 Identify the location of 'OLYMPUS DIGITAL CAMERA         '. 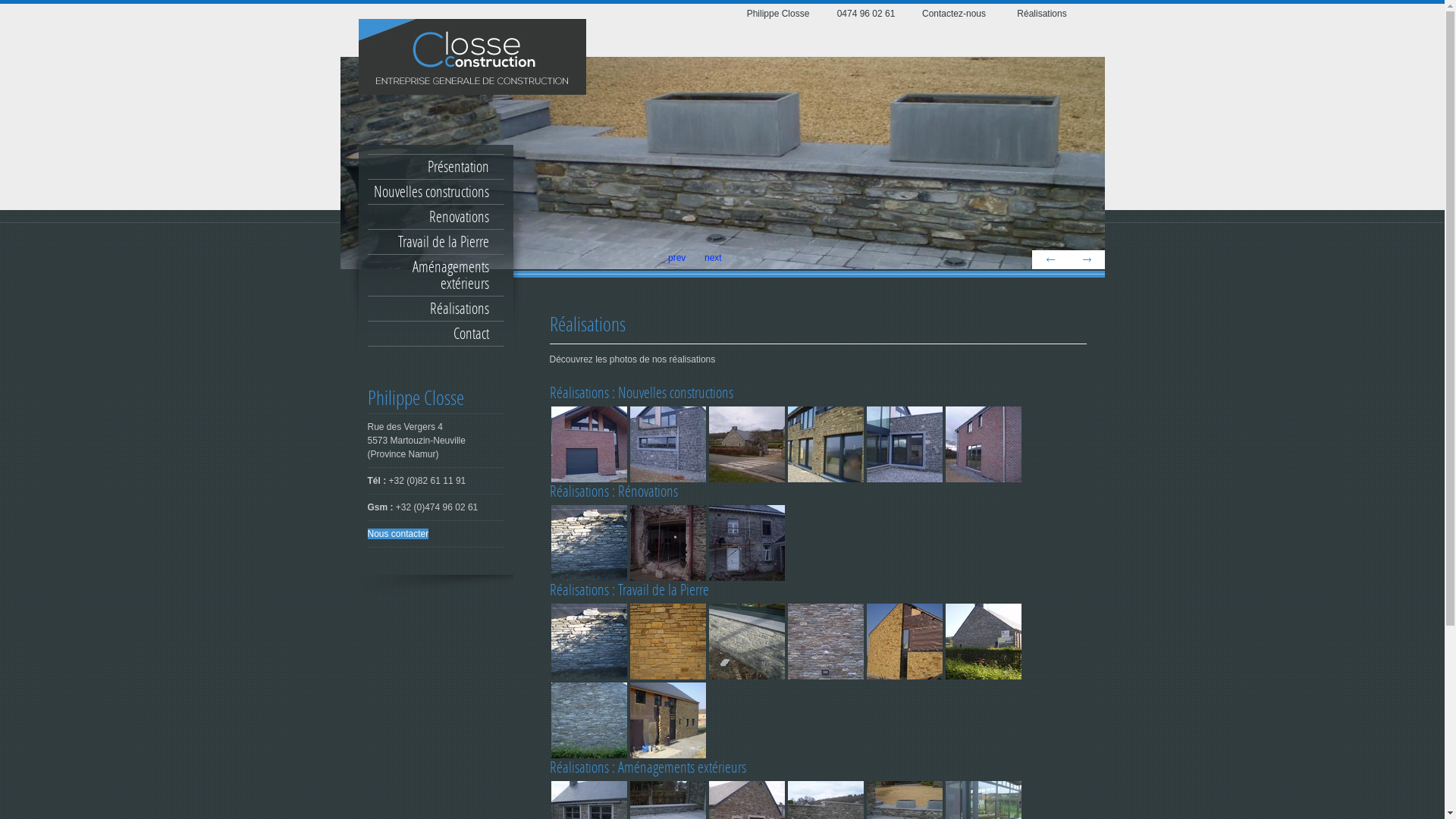
(745, 444).